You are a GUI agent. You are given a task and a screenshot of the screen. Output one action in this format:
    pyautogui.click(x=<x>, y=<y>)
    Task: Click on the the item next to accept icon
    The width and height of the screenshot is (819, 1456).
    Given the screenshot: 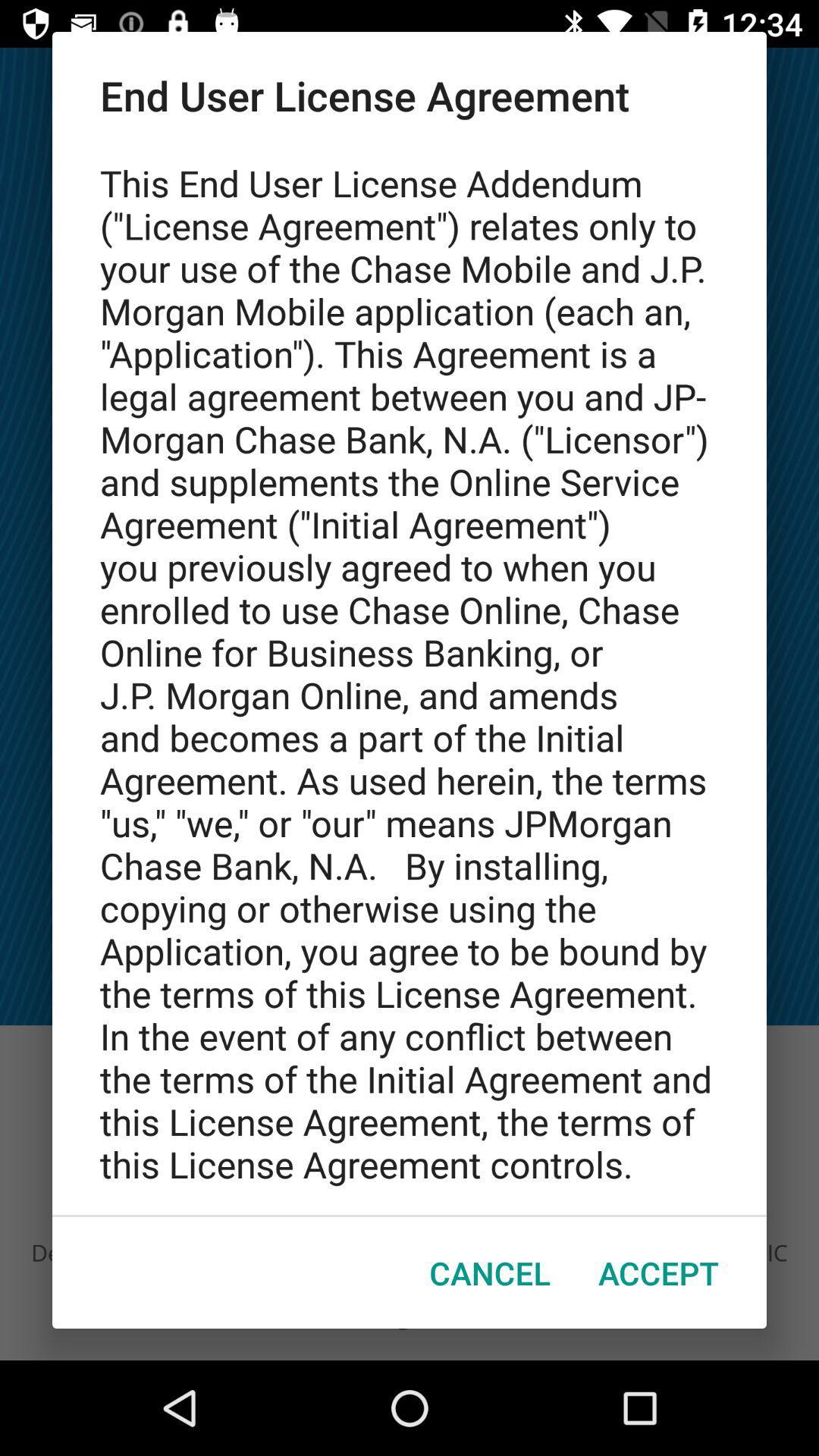 What is the action you would take?
    pyautogui.click(x=490, y=1272)
    